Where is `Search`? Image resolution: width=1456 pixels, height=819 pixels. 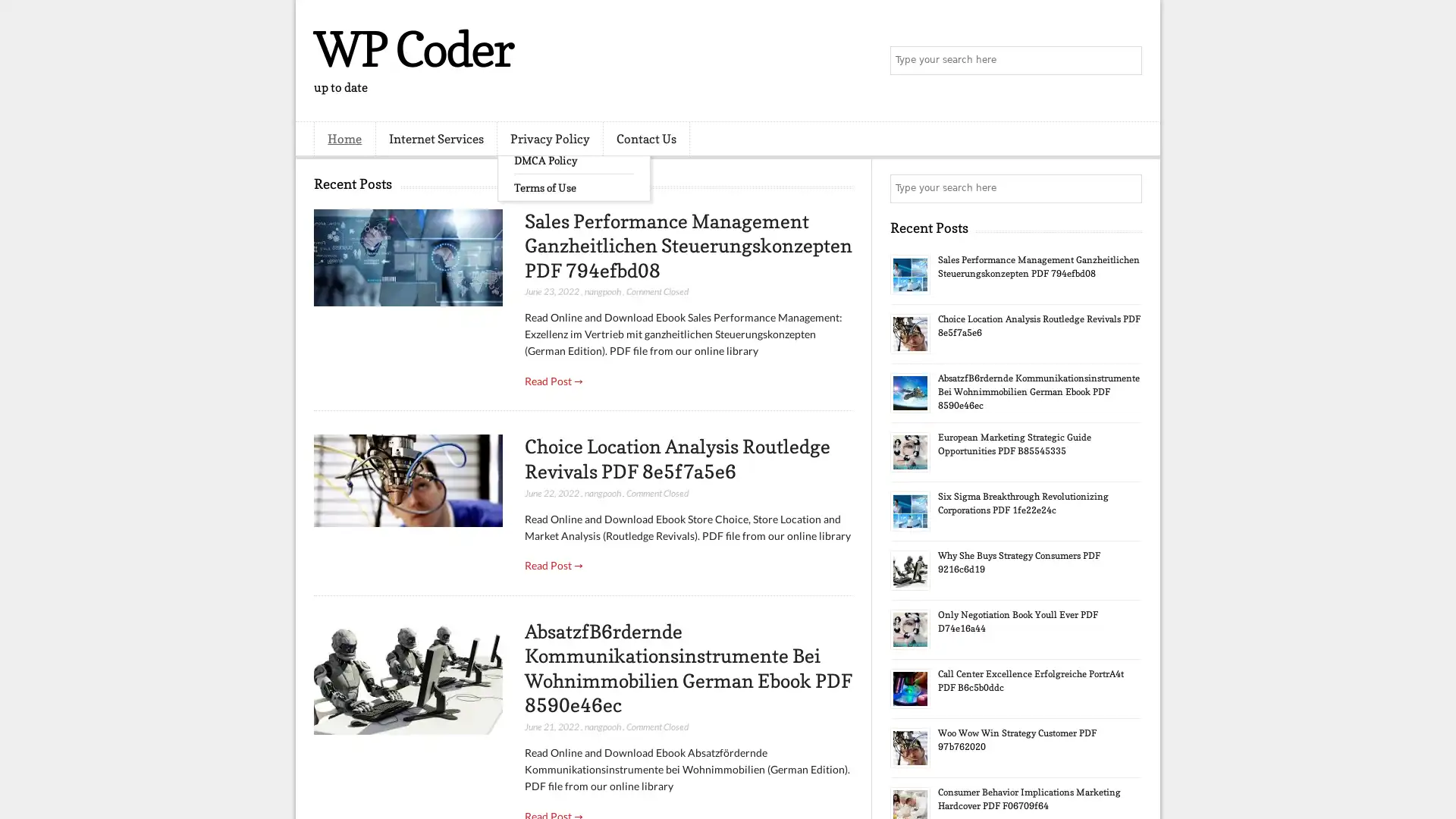
Search is located at coordinates (1126, 61).